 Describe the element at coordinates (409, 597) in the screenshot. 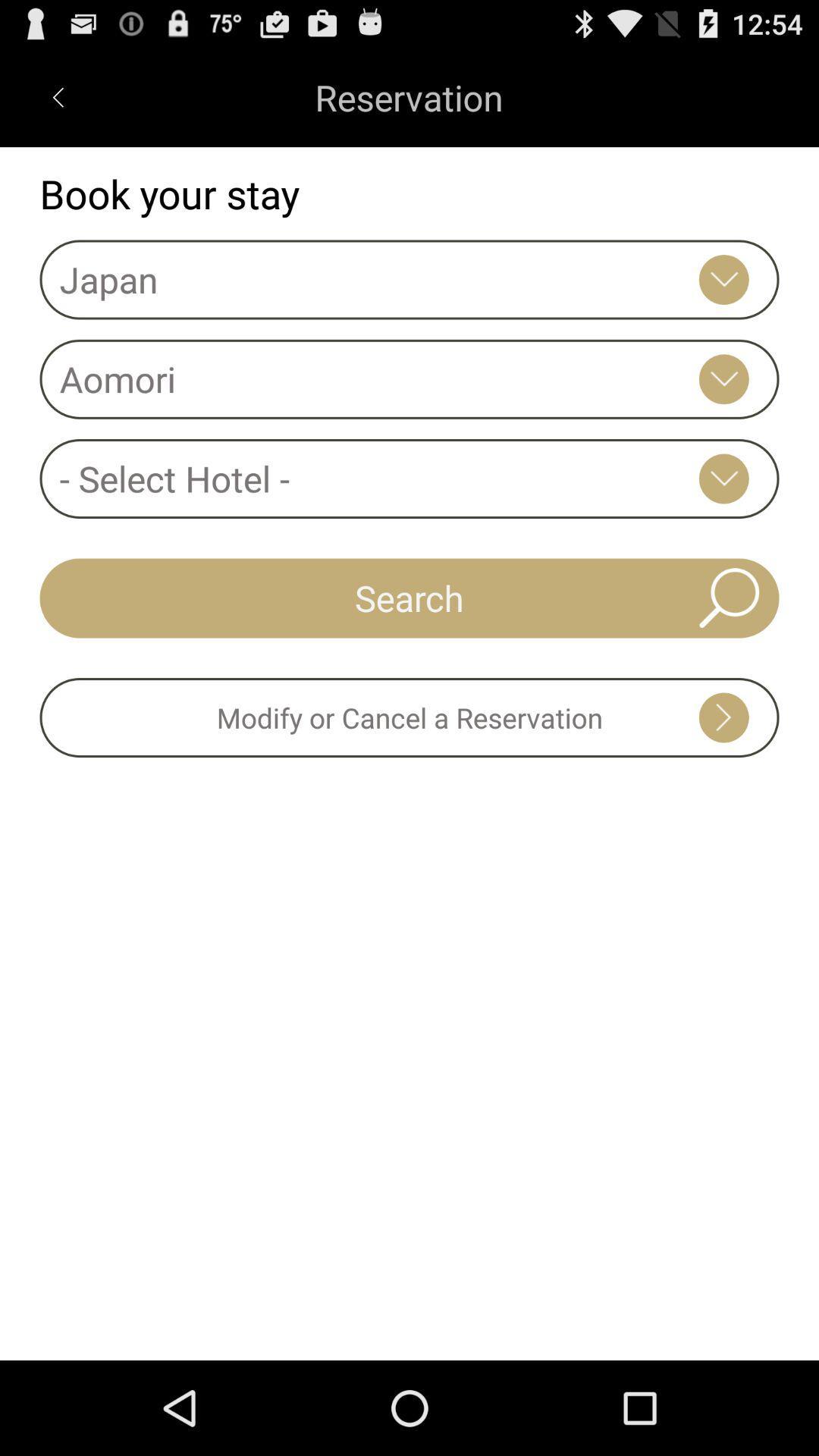

I see `the app below - select hotel -` at that location.